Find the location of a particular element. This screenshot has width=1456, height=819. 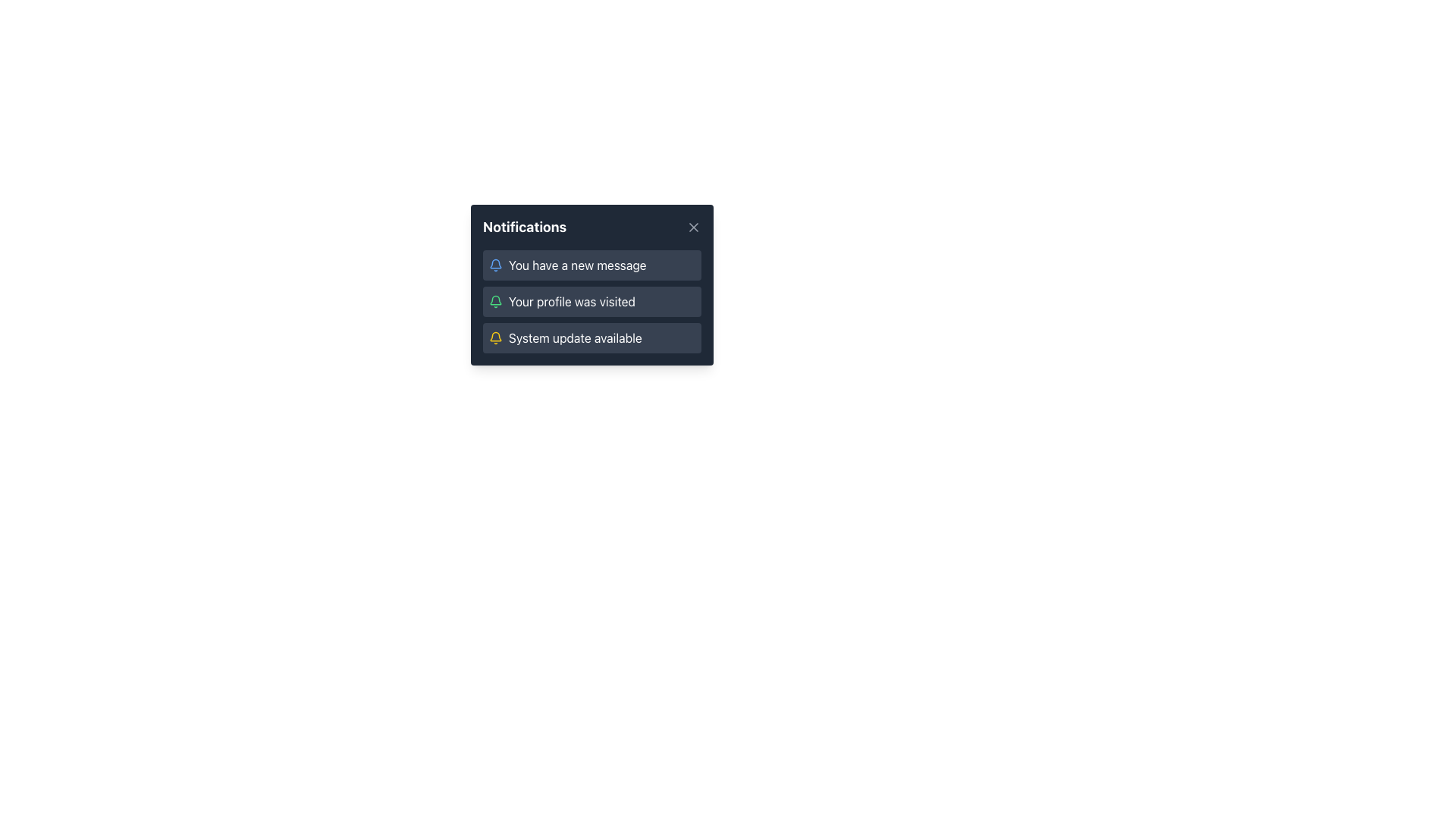

the text element that indicates a new message in the first notification item, located to the right of the bell icon and below the 'Notifications' header is located at coordinates (576, 265).